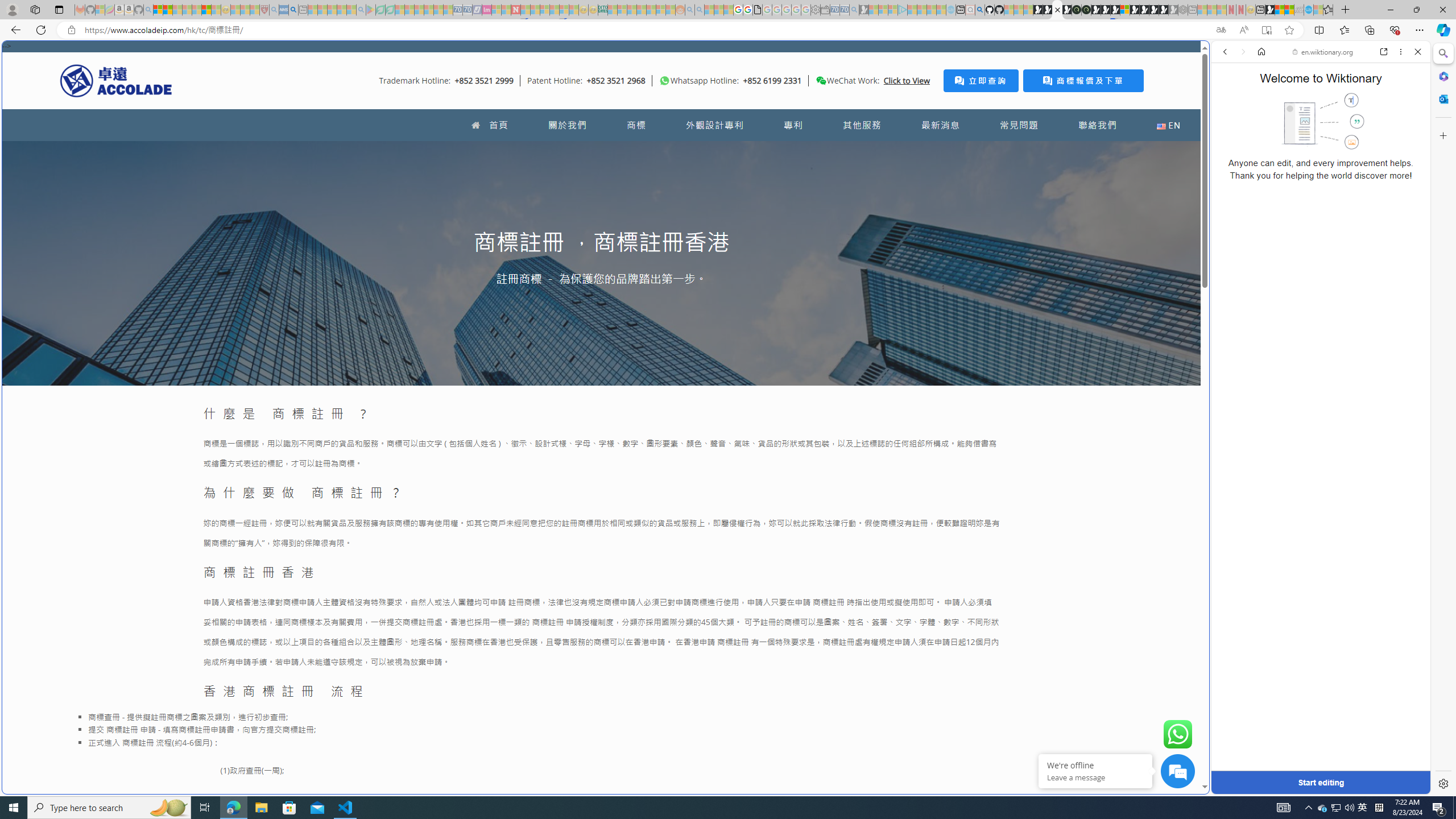  What do you see at coordinates (1280, 9) in the screenshot?
I see `'World - MSN'` at bounding box center [1280, 9].